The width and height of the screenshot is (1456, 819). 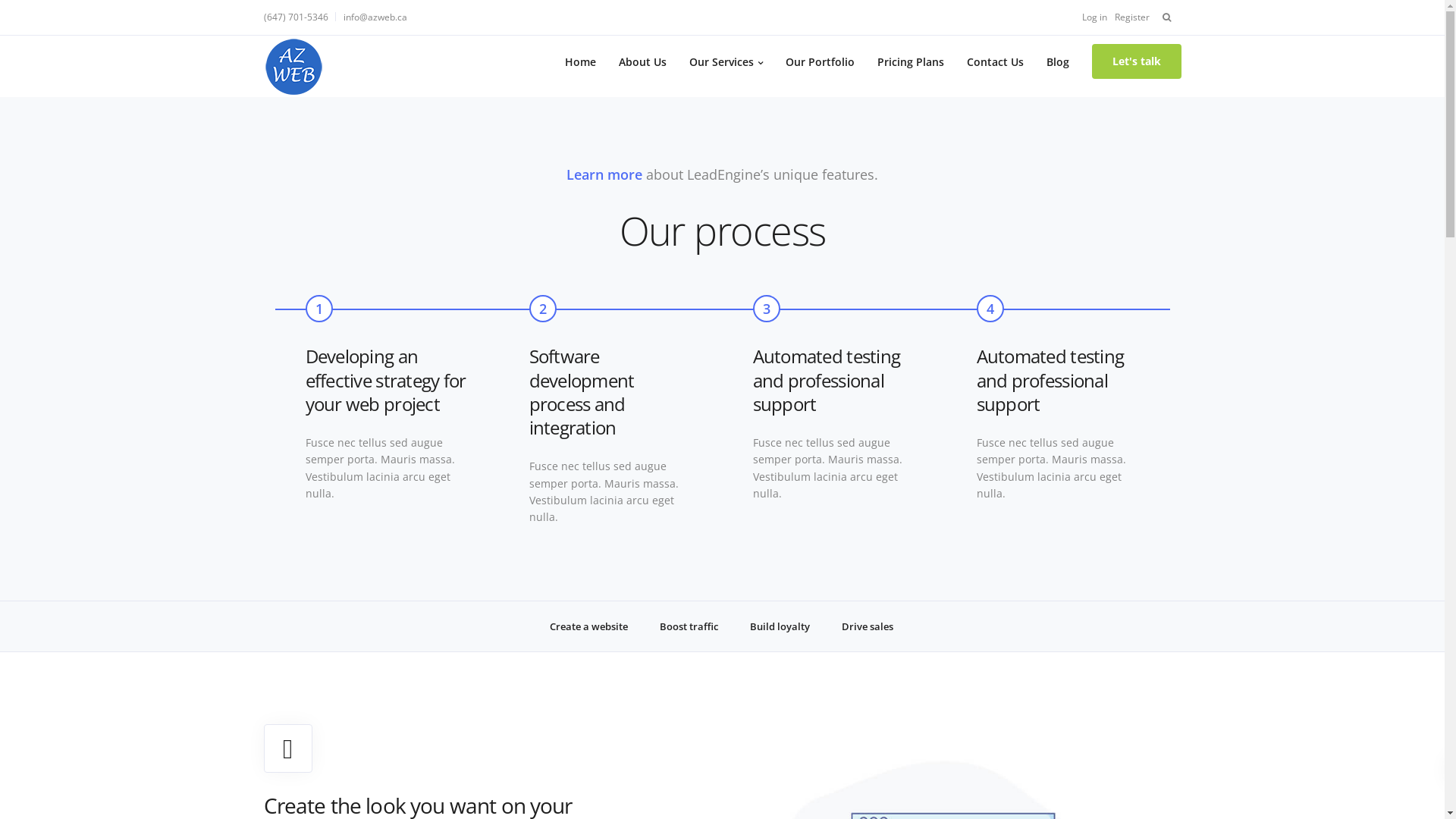 I want to click on 'Our Services', so click(x=725, y=61).